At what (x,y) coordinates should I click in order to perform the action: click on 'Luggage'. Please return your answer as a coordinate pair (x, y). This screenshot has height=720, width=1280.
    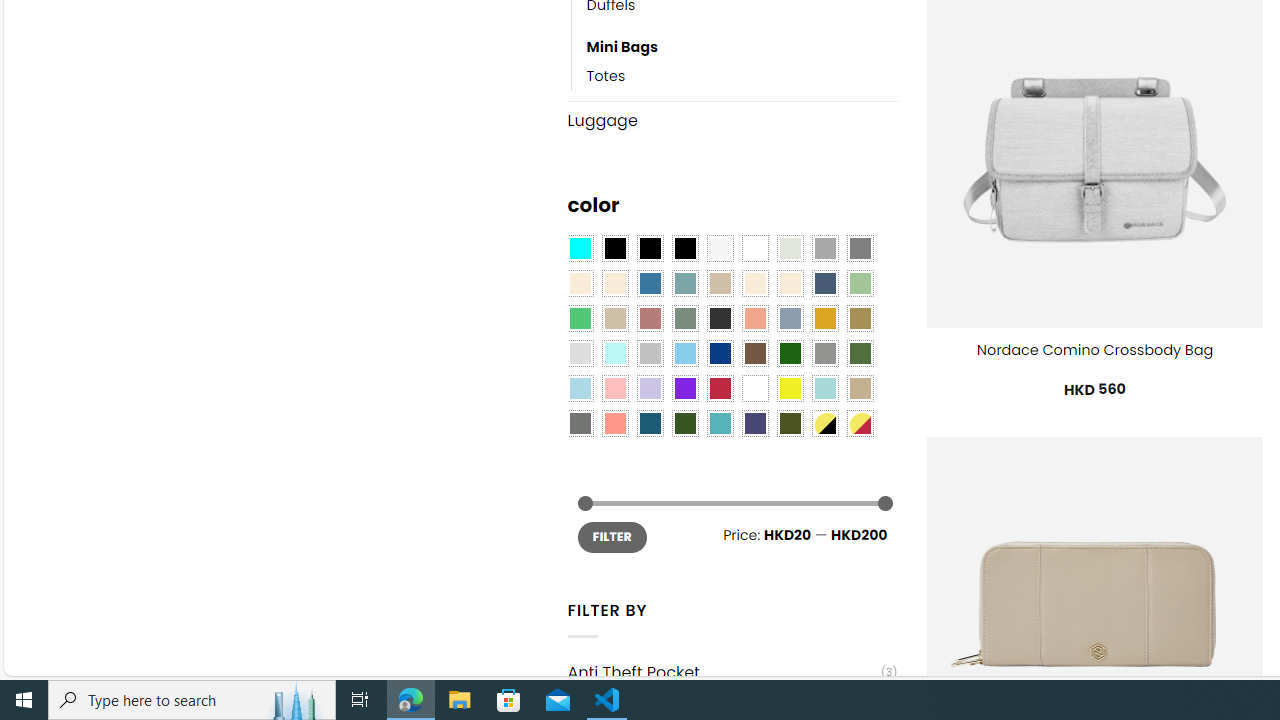
    Looking at the image, I should click on (731, 120).